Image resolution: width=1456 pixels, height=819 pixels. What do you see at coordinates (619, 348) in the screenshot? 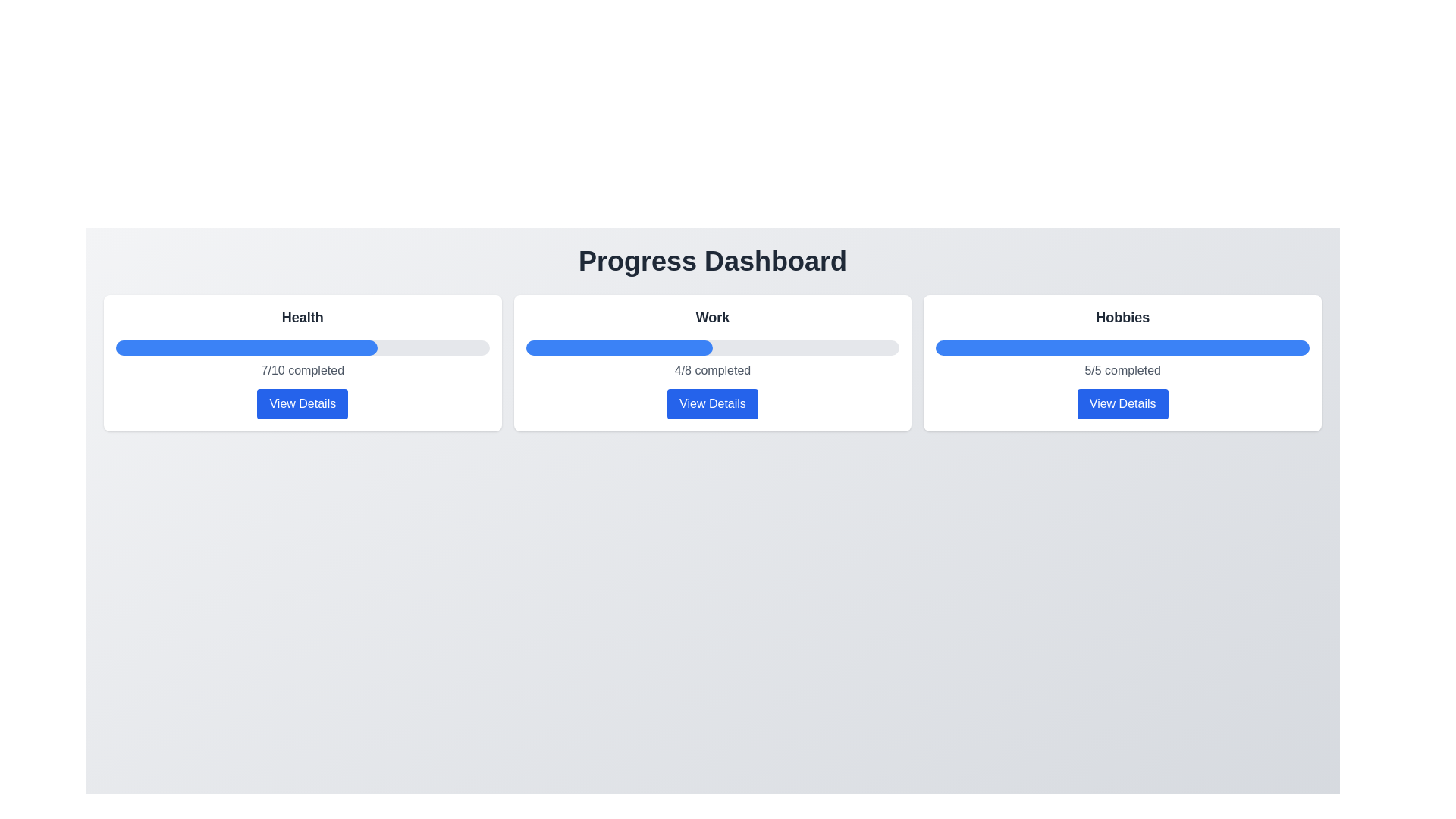
I see `the progress bar indicating 50% completion in the 'Work' section of the 'Progress Dashboard'` at bounding box center [619, 348].